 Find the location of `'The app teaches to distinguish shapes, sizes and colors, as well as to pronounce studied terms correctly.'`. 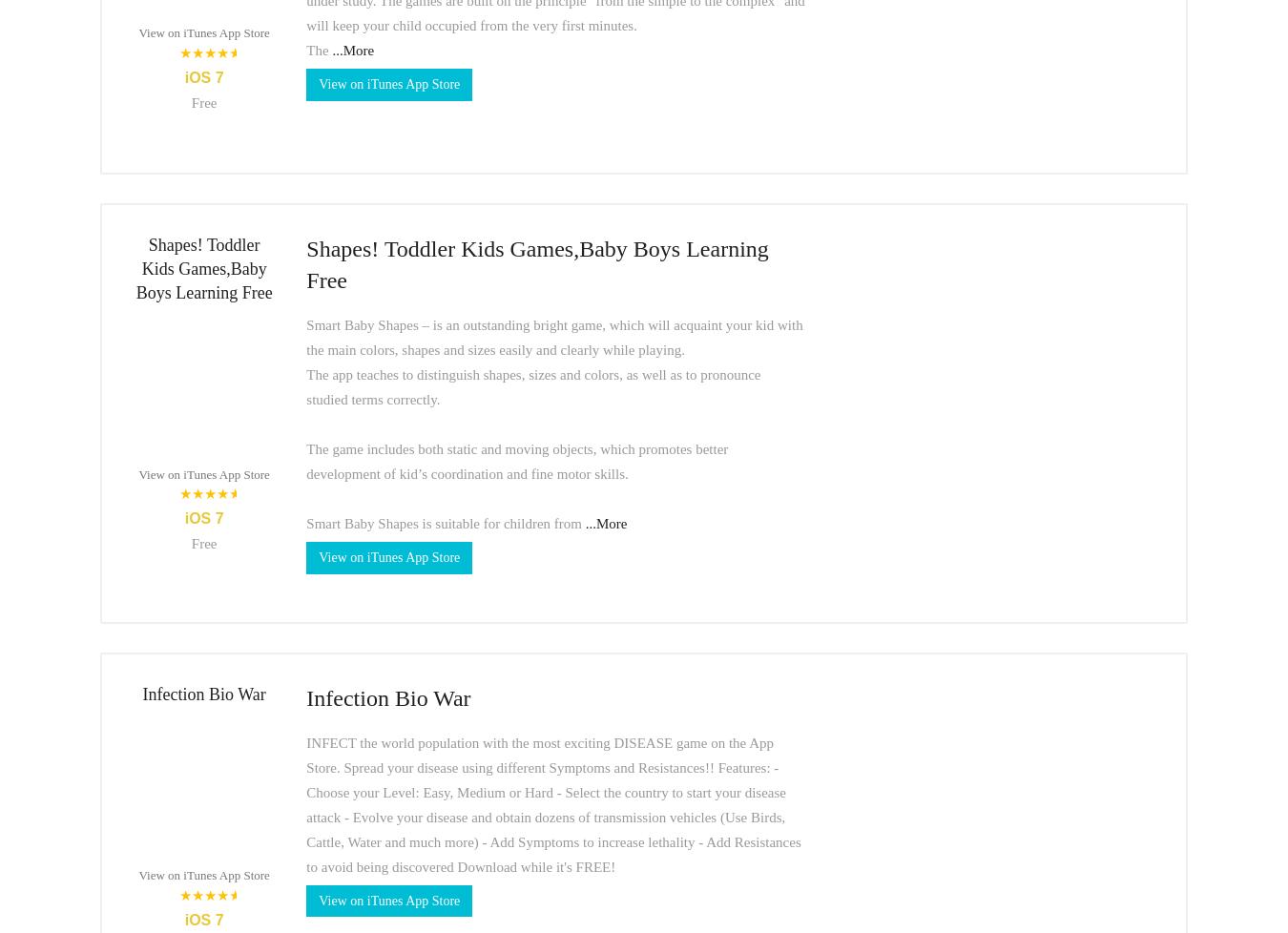

'The app teaches to distinguish shapes, sizes and colors, as well as to pronounce studied terms correctly.' is located at coordinates (305, 384).